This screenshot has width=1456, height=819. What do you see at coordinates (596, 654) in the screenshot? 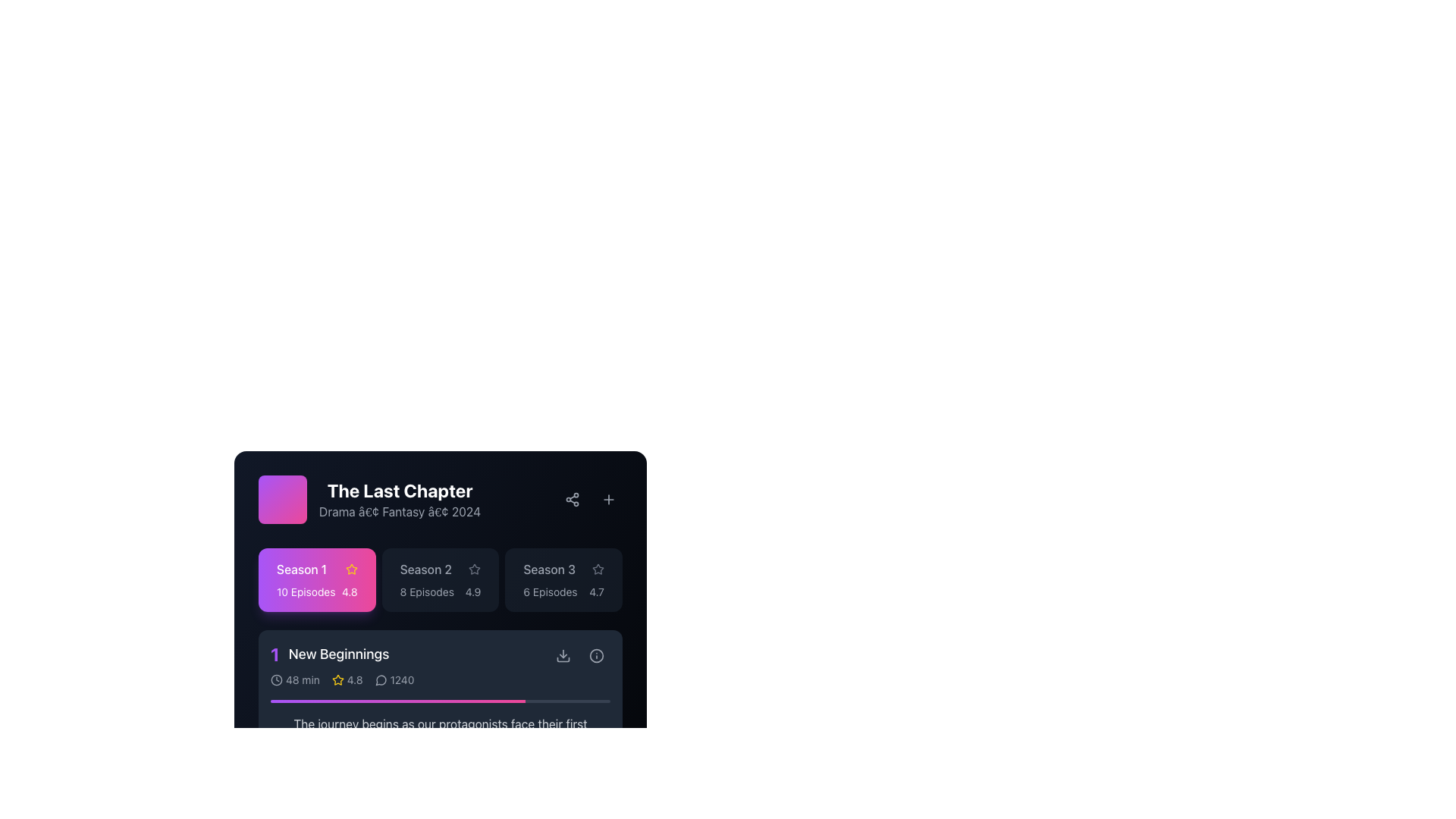
I see `icon border (circle) located at the bottom right of the card for accessibility features` at bounding box center [596, 654].